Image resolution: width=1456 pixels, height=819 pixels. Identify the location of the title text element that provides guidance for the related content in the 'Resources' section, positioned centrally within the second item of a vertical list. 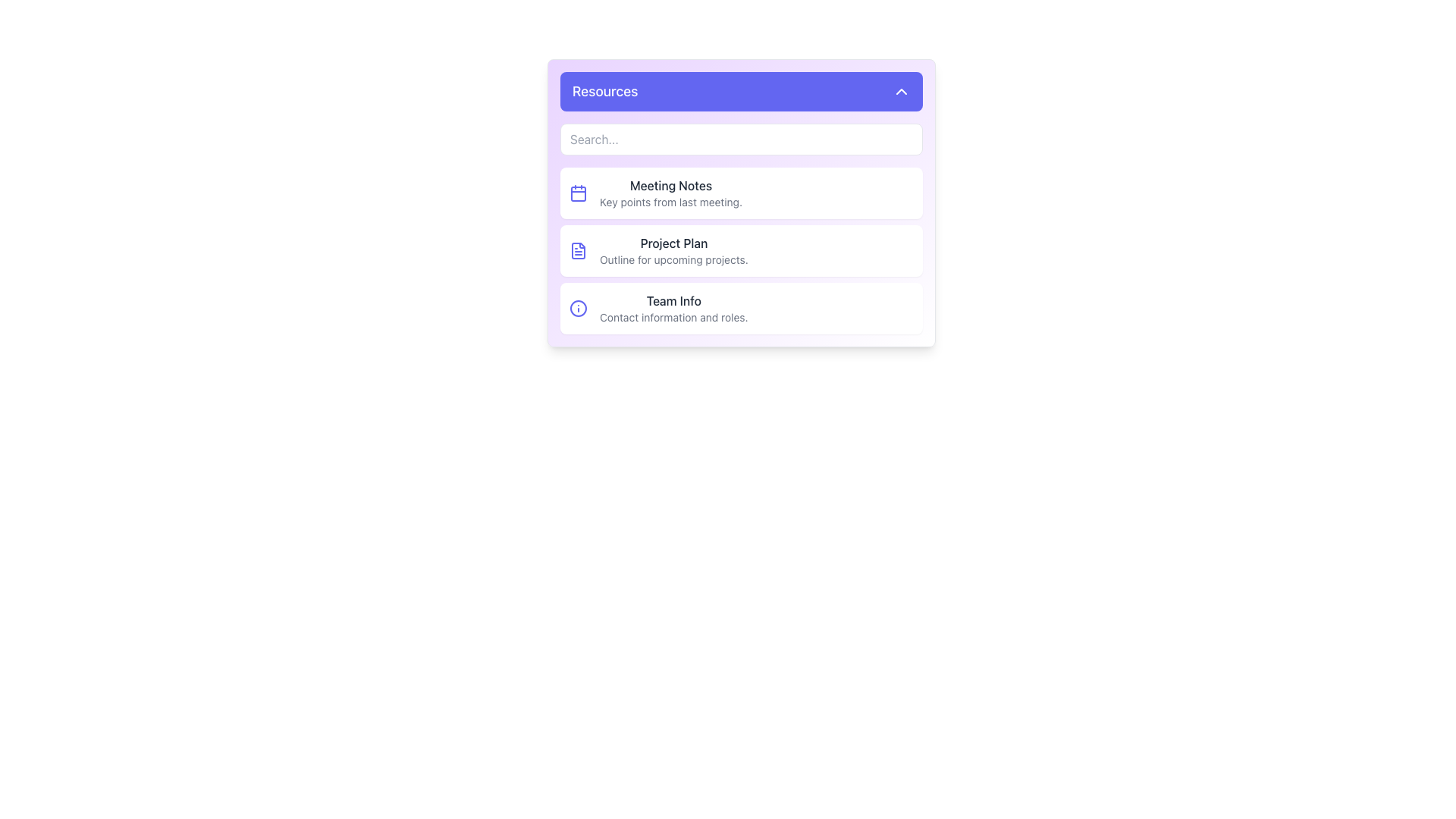
(673, 242).